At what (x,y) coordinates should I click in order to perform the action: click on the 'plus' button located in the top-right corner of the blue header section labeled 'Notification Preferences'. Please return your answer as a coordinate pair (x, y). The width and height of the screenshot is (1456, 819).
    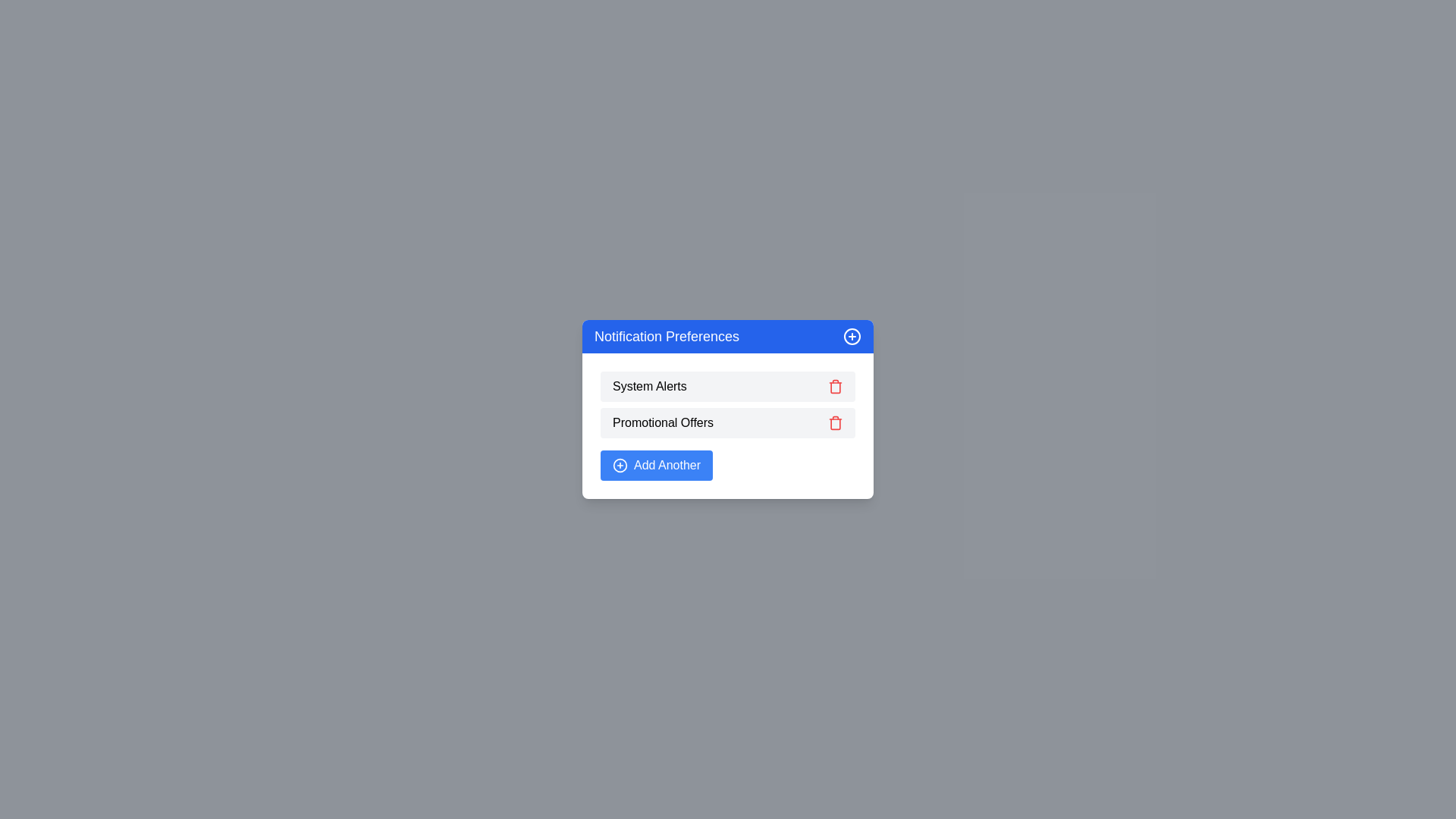
    Looking at the image, I should click on (852, 335).